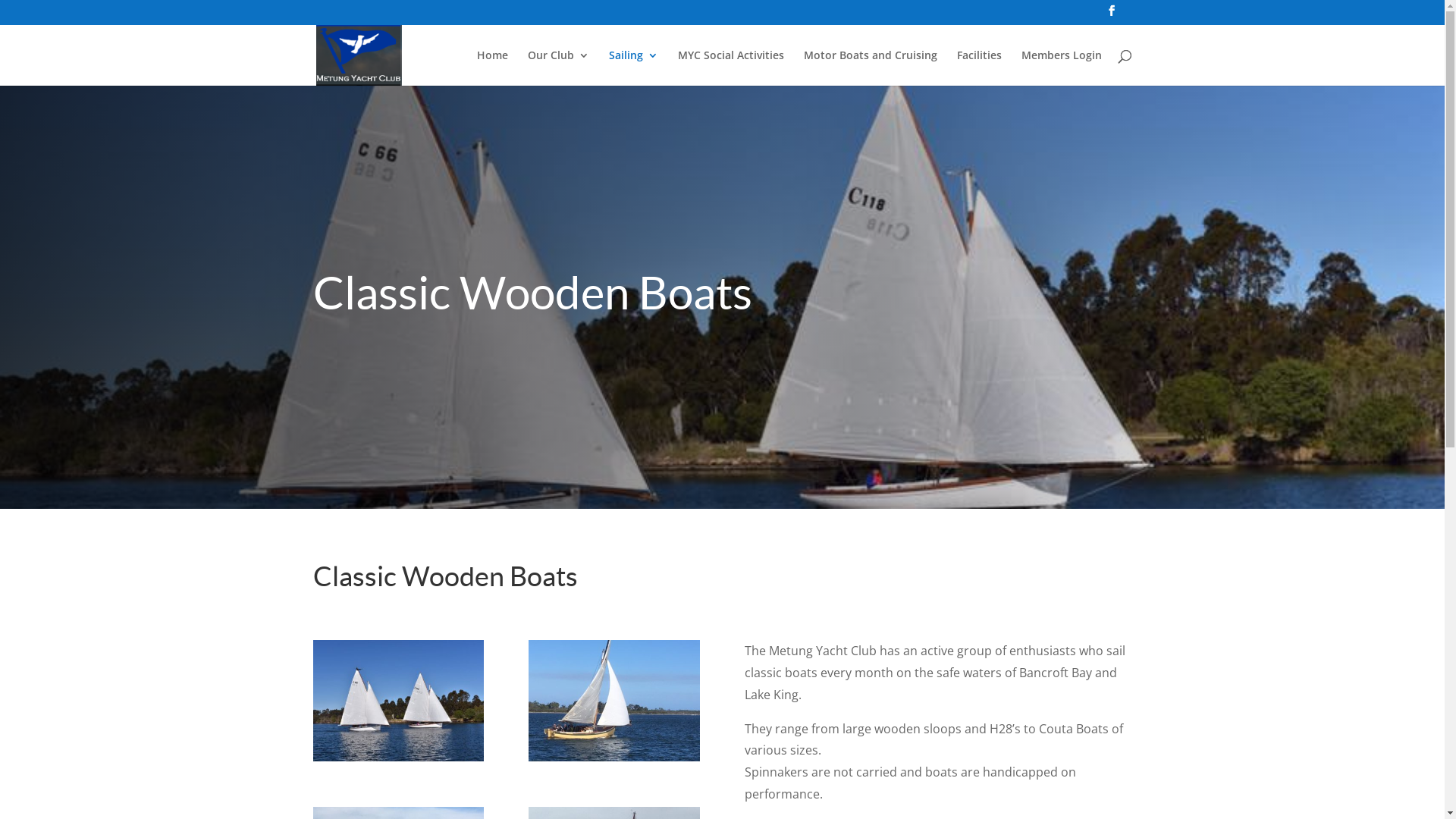 This screenshot has width=1456, height=819. I want to click on 'Sailing', so click(632, 67).